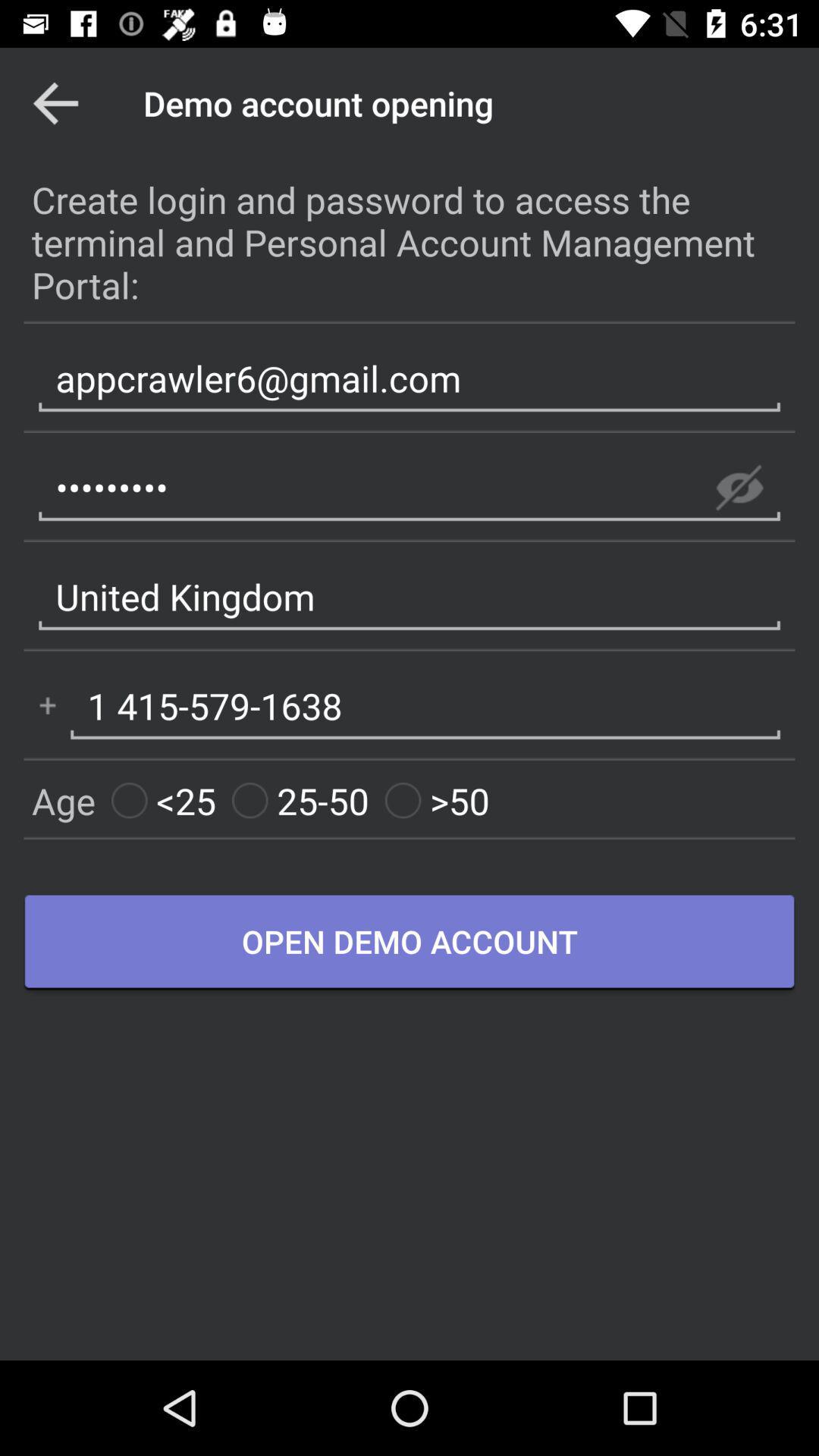 This screenshot has height=1456, width=819. What do you see at coordinates (409, 378) in the screenshot?
I see `appcrawler6@gmail.com item` at bounding box center [409, 378].